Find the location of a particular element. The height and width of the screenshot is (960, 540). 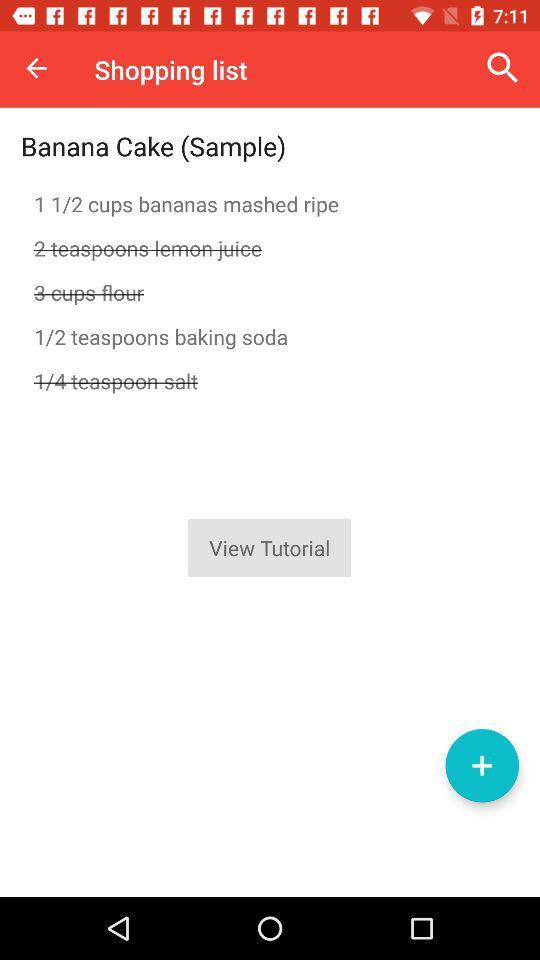

the item at the bottom right corner is located at coordinates (481, 764).